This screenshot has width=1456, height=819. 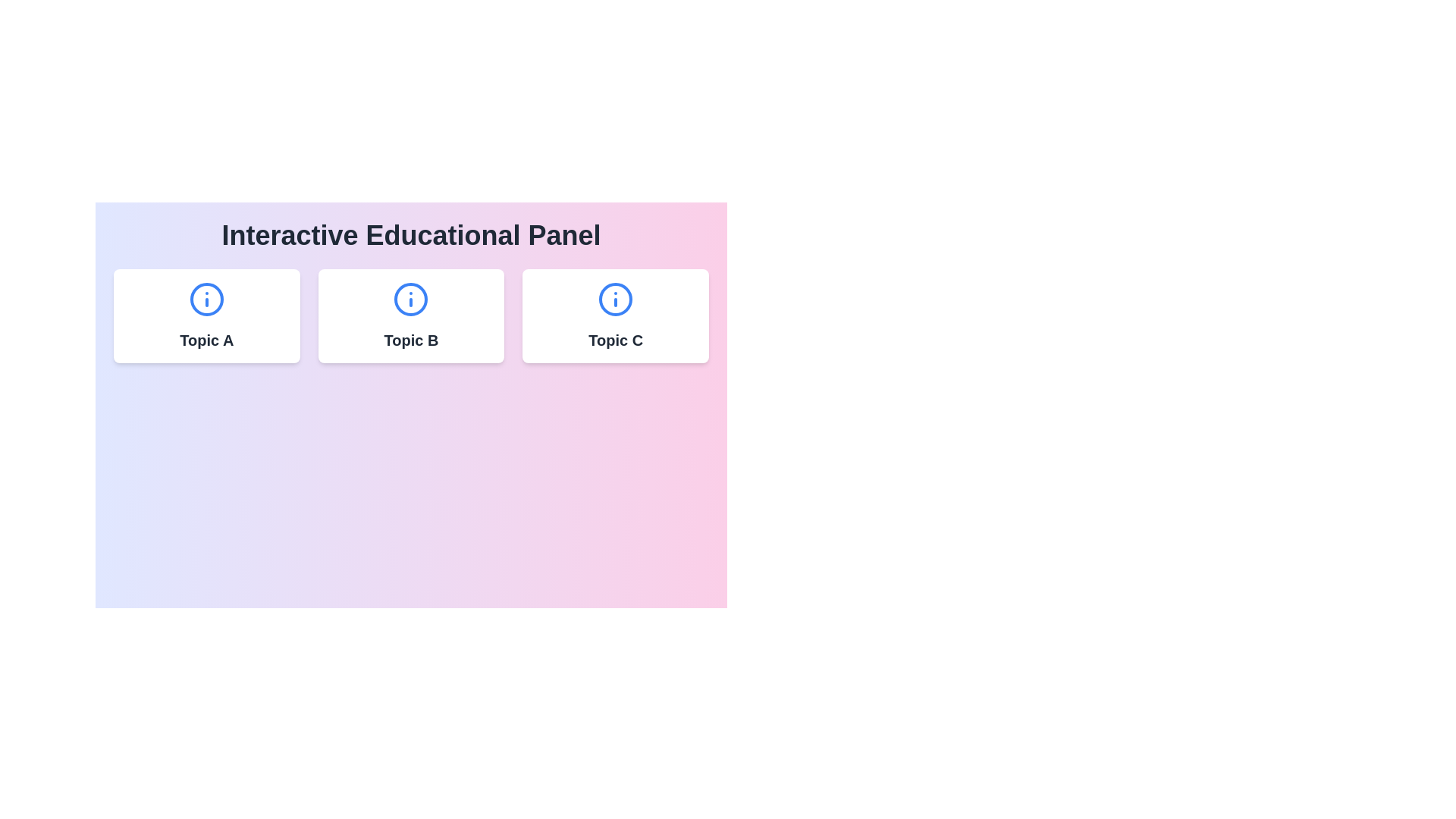 I want to click on the blue circular shape of the information icon located in the 'Topic B' section, positioned between 'Topic A' and 'Topic C', so click(x=411, y=299).